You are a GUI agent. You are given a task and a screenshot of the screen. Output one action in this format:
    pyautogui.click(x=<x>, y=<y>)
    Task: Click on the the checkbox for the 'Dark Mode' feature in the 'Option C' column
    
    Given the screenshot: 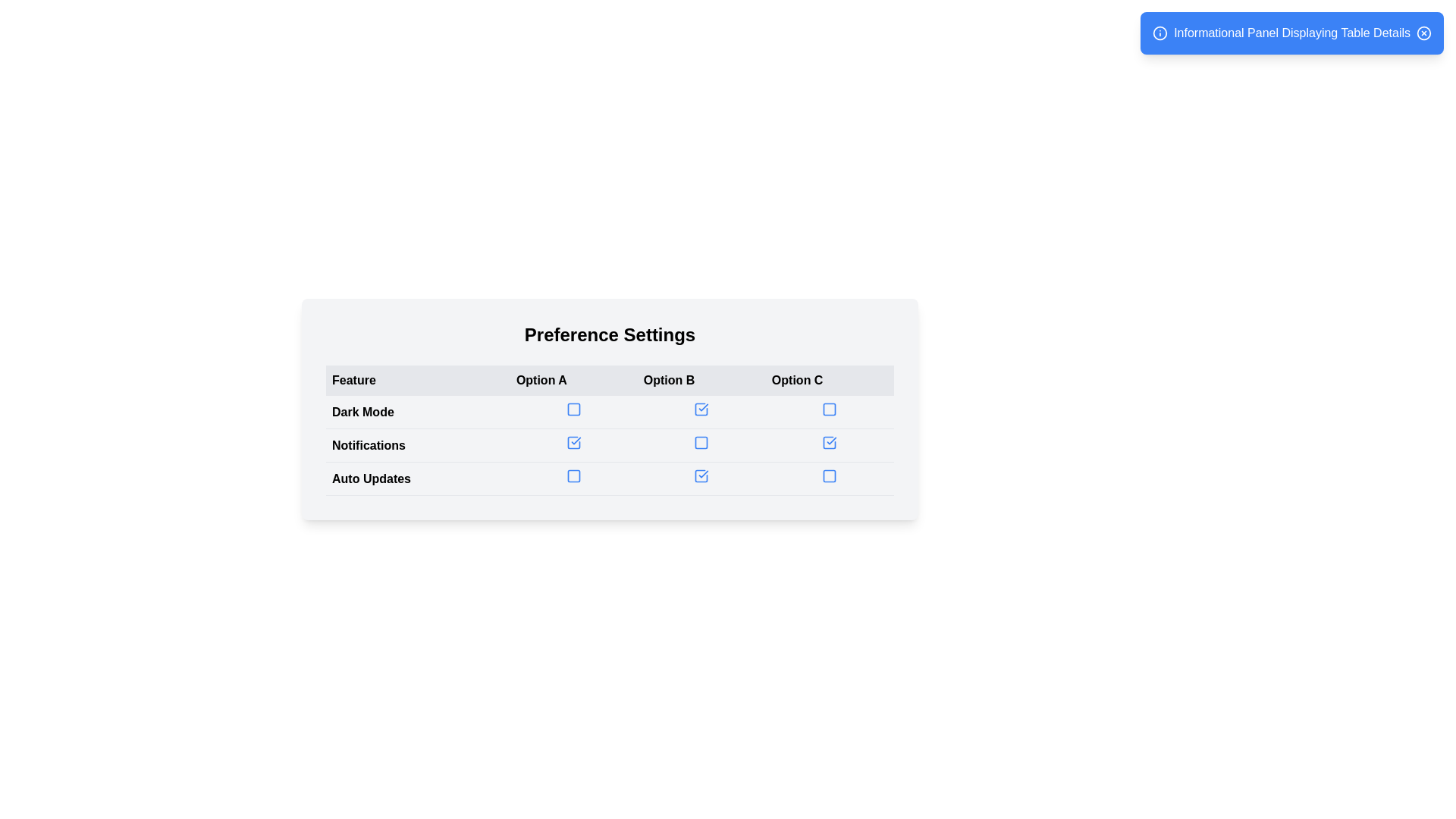 What is the action you would take?
    pyautogui.click(x=829, y=409)
    